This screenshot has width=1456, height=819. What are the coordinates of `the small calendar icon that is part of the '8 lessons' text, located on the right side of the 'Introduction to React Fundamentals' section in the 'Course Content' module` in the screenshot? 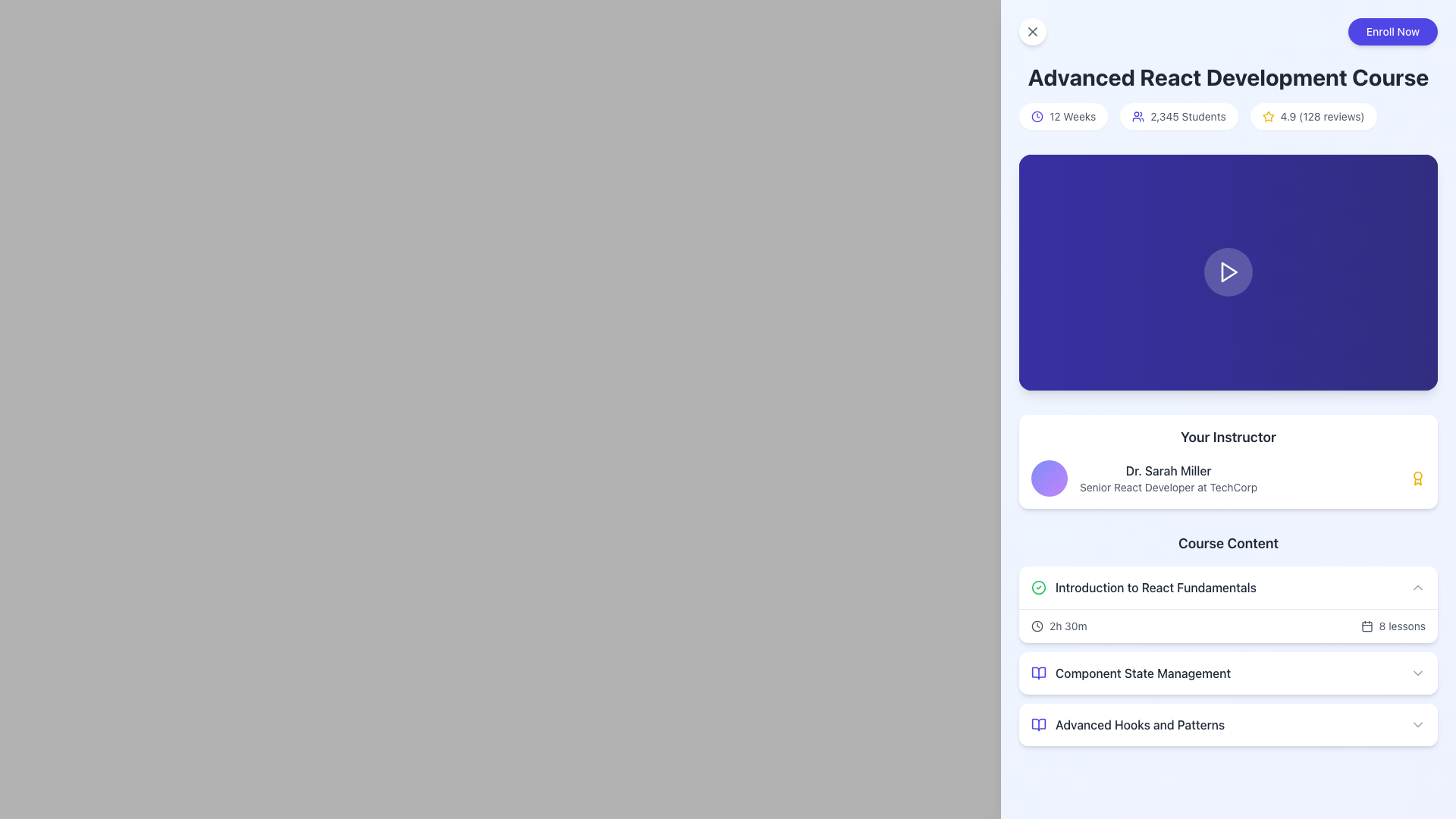 It's located at (1367, 626).